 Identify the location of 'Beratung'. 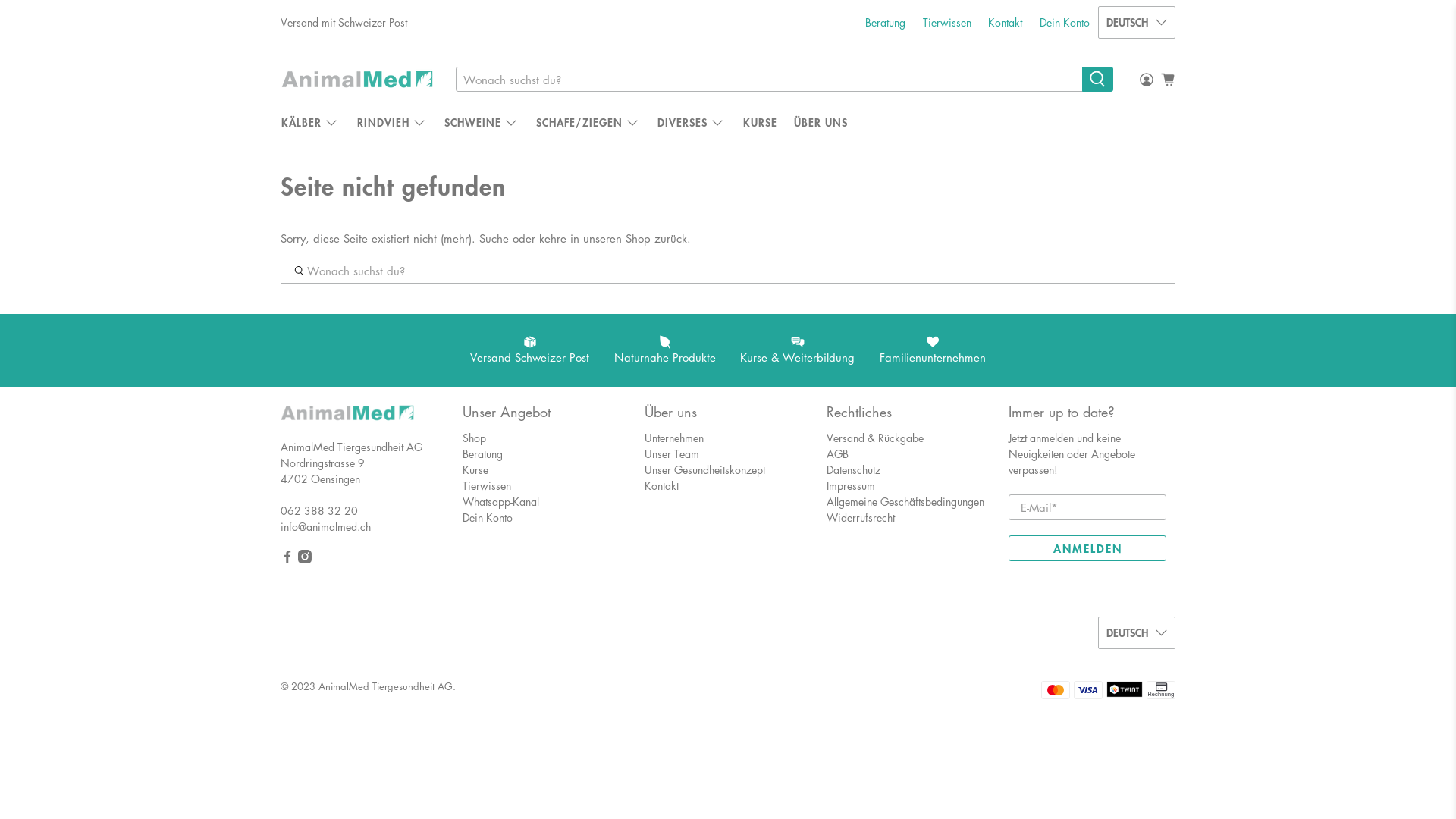
(885, 22).